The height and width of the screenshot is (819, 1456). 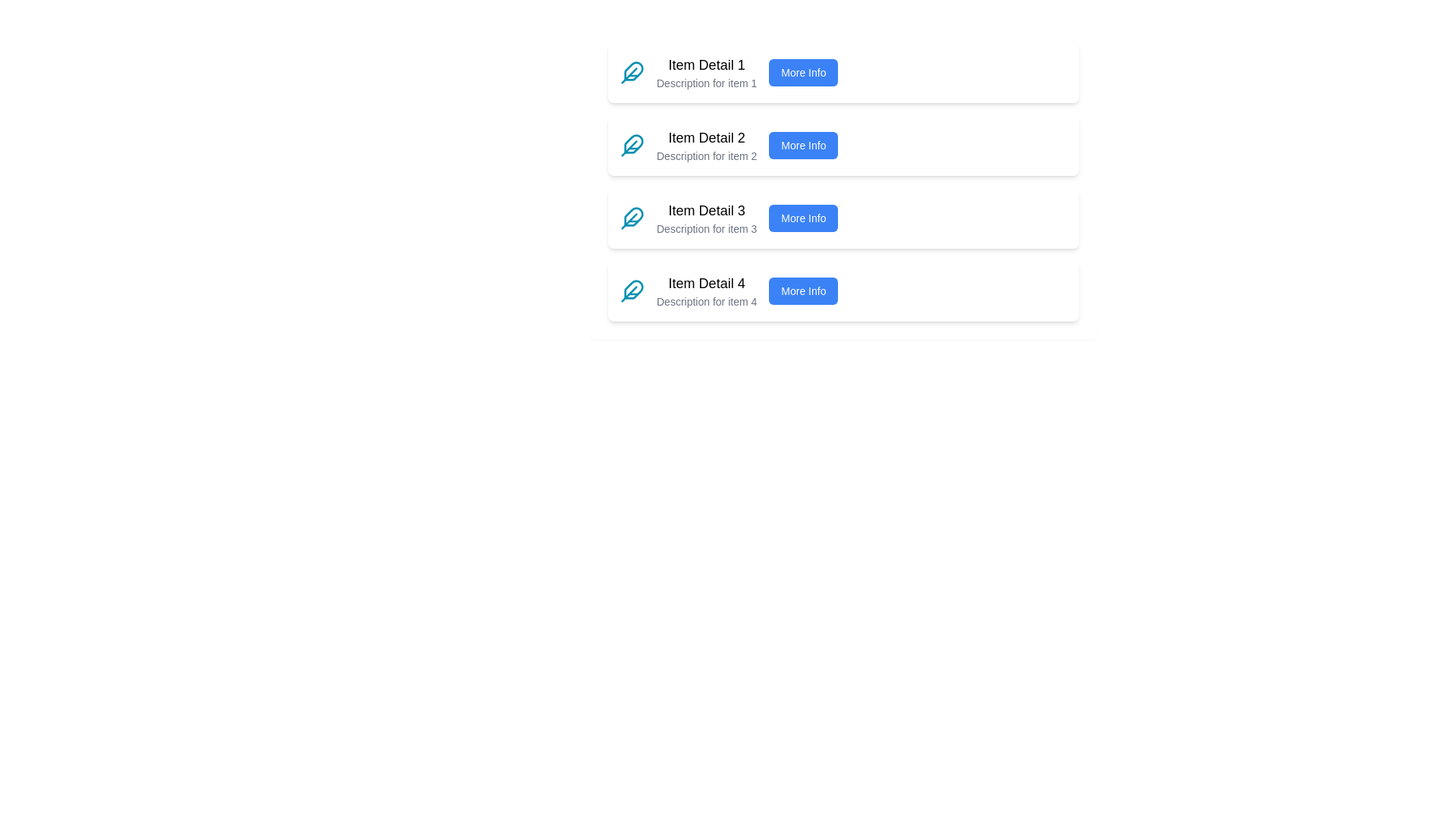 What do you see at coordinates (706, 210) in the screenshot?
I see `text label that serves as the title for the third item in a vertical list, positioned between 'Item Detail 2' and 'Item Detail 4'` at bounding box center [706, 210].